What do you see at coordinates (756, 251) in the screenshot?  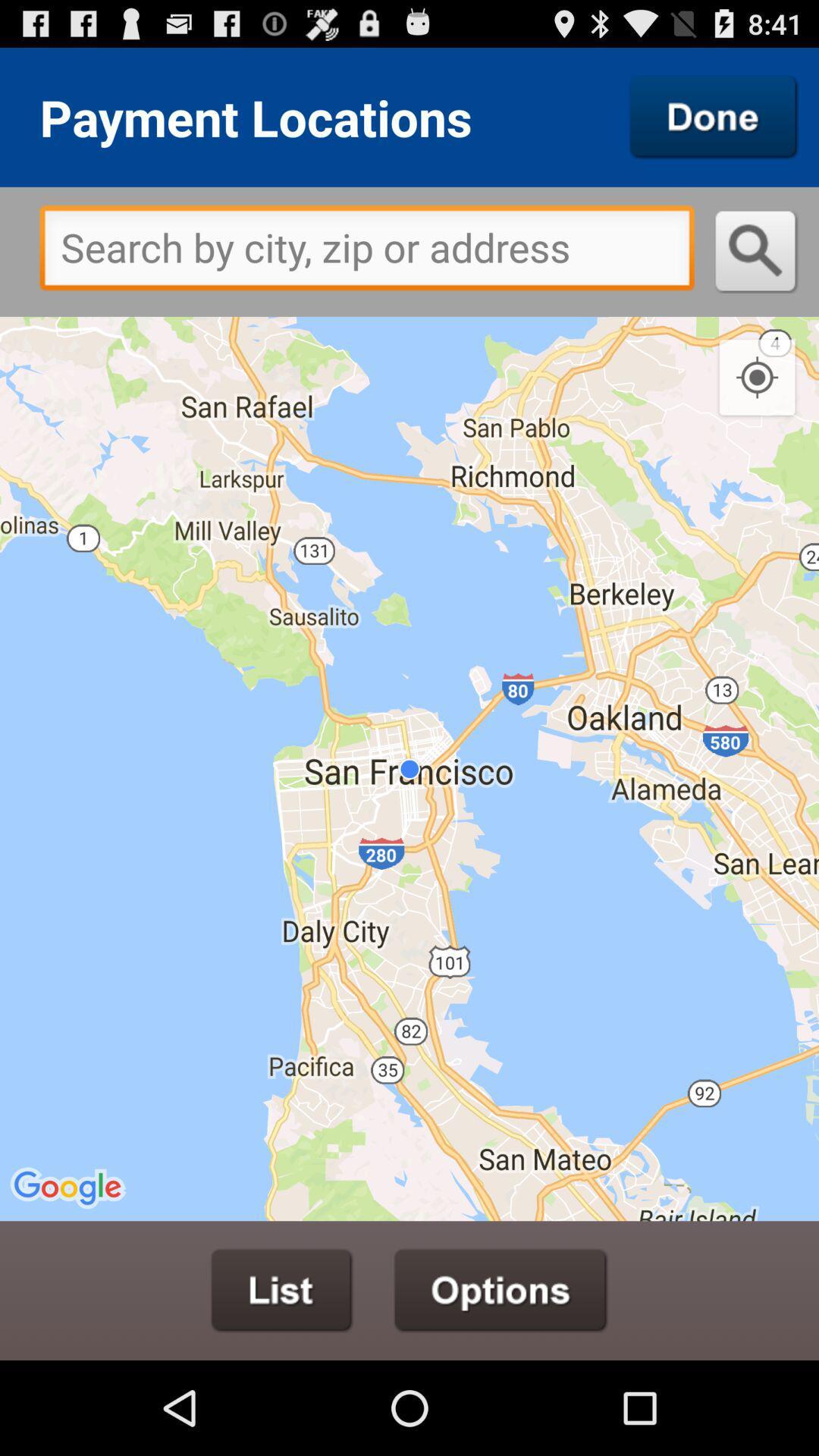 I see `search for location` at bounding box center [756, 251].